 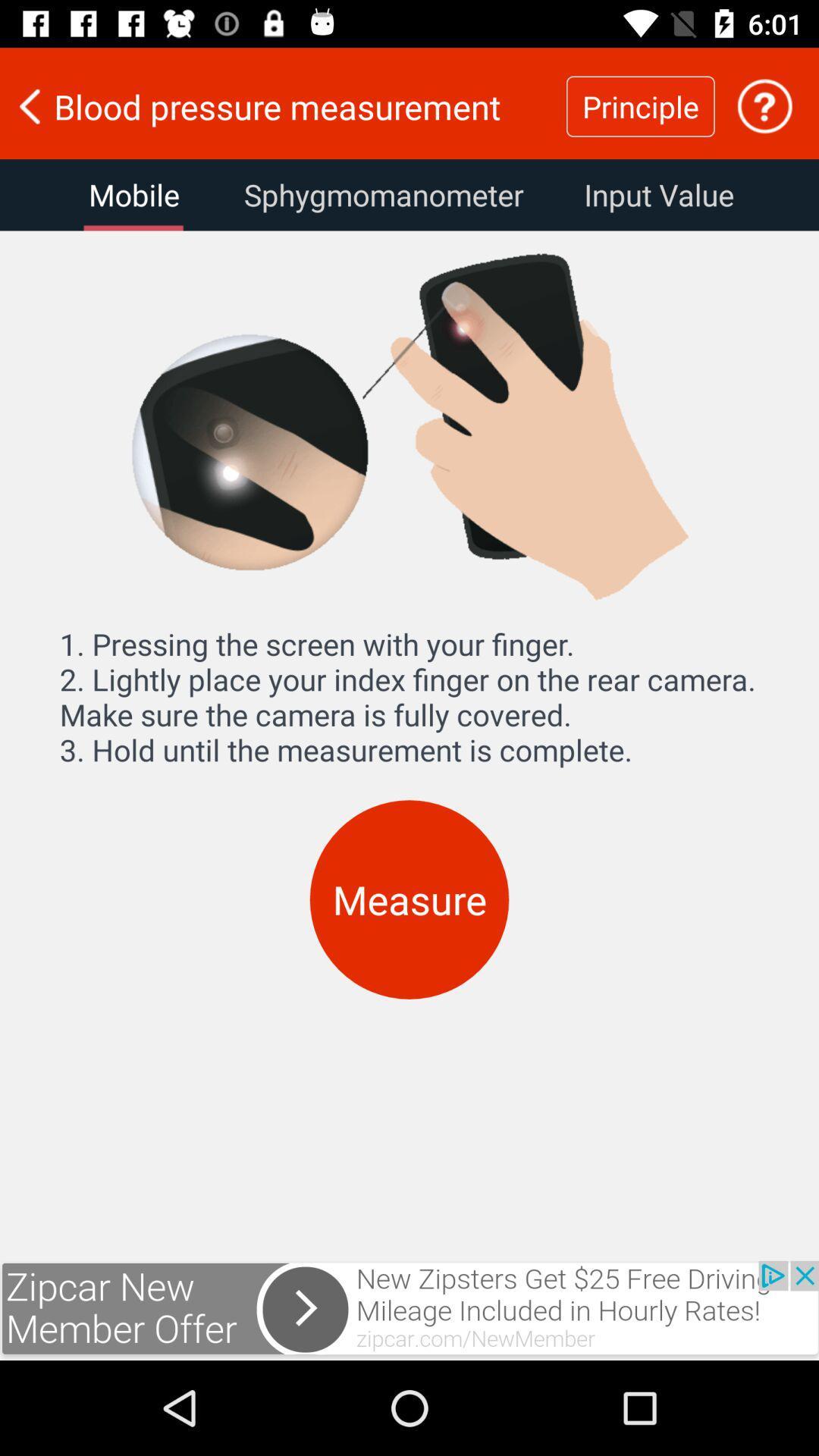 I want to click on to see zipcar new member offer, so click(x=409, y=1310).